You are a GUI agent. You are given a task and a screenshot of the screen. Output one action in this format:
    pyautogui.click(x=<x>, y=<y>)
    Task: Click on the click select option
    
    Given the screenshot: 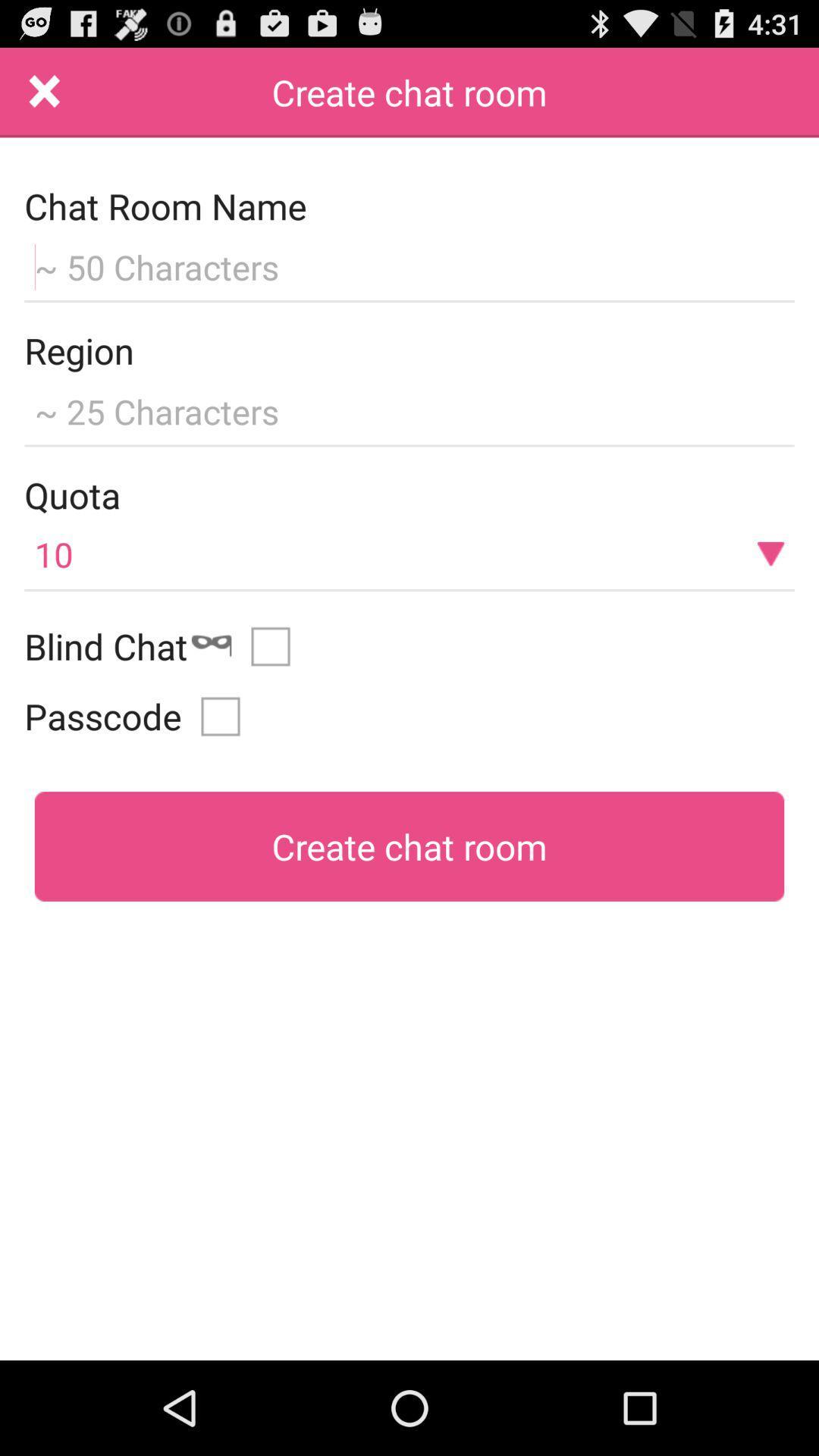 What is the action you would take?
    pyautogui.click(x=276, y=646)
    